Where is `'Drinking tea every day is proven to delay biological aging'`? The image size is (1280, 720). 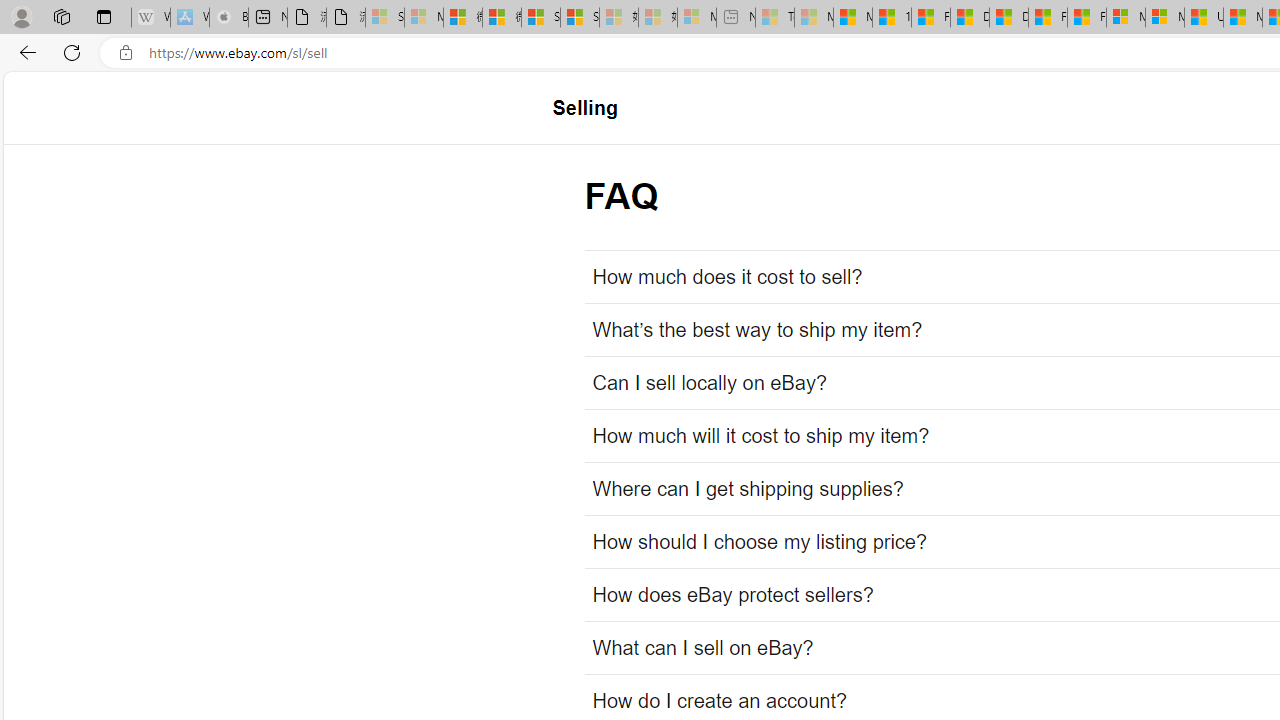 'Drinking tea every day is proven to delay biological aging' is located at coordinates (1008, 17).